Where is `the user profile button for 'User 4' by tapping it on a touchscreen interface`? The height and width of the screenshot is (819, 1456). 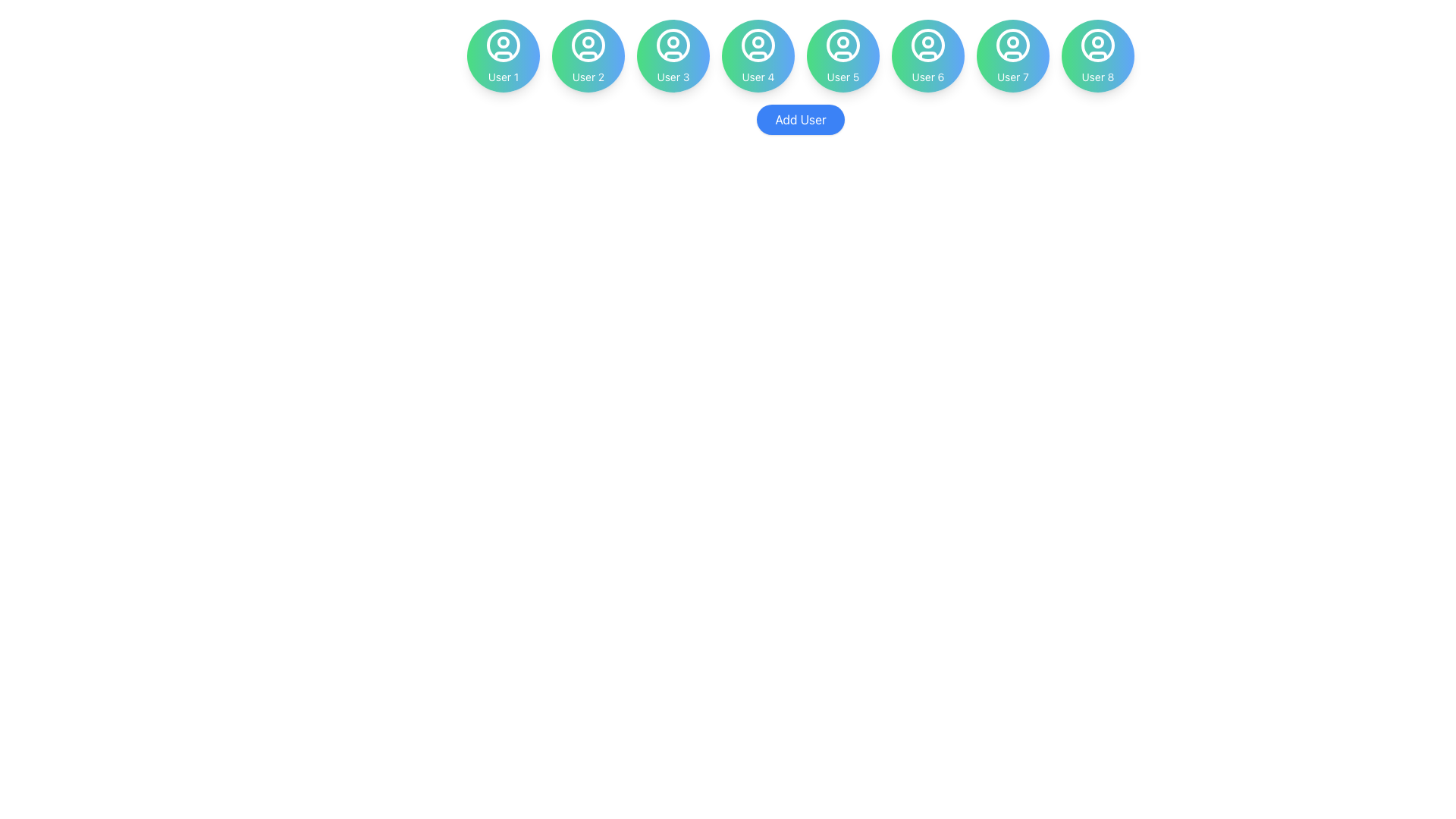
the user profile button for 'User 4' by tapping it on a touchscreen interface is located at coordinates (758, 55).